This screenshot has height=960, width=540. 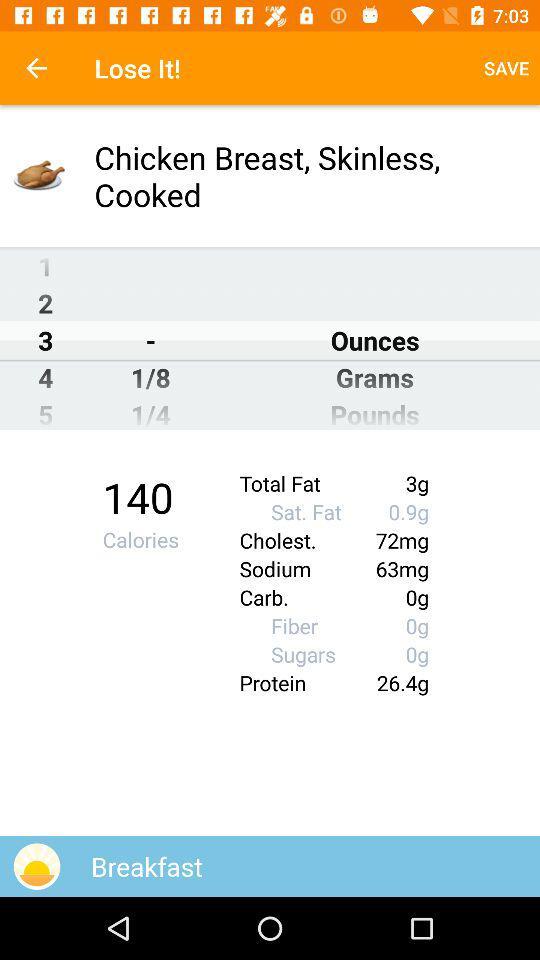 I want to click on item next to the lose it! icon, so click(x=505, y=68).